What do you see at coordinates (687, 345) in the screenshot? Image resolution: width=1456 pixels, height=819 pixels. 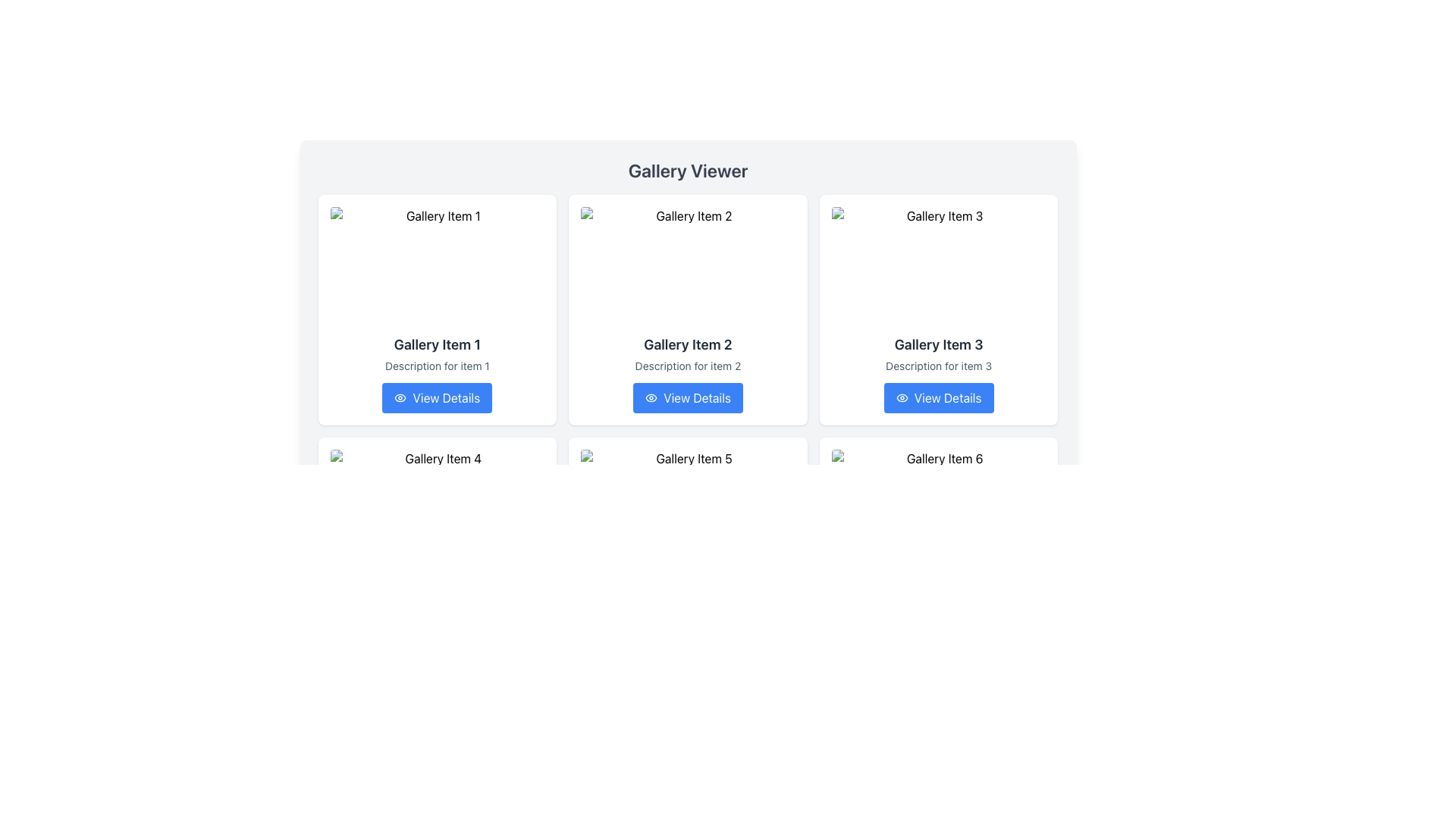 I see `the Text Label that serves as the title of the gallery item located in the second card of the first row, positioned above the 'Description for item 2' text and below the image of item 2` at bounding box center [687, 345].